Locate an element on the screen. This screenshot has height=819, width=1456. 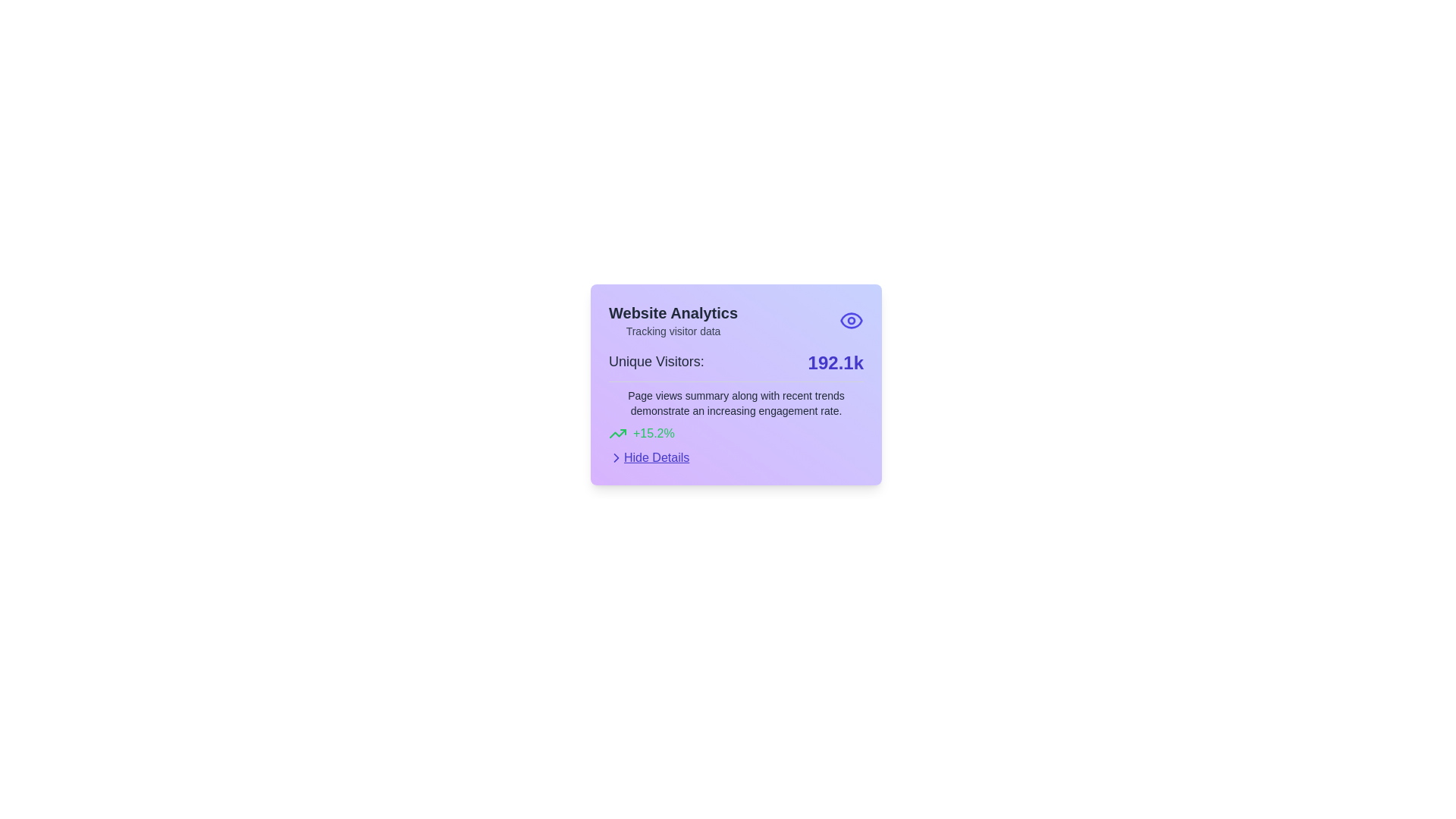
the Text label element, which serves as the title for the card and is located at the top-left section above the text 'Tracking visitor data' is located at coordinates (673, 312).